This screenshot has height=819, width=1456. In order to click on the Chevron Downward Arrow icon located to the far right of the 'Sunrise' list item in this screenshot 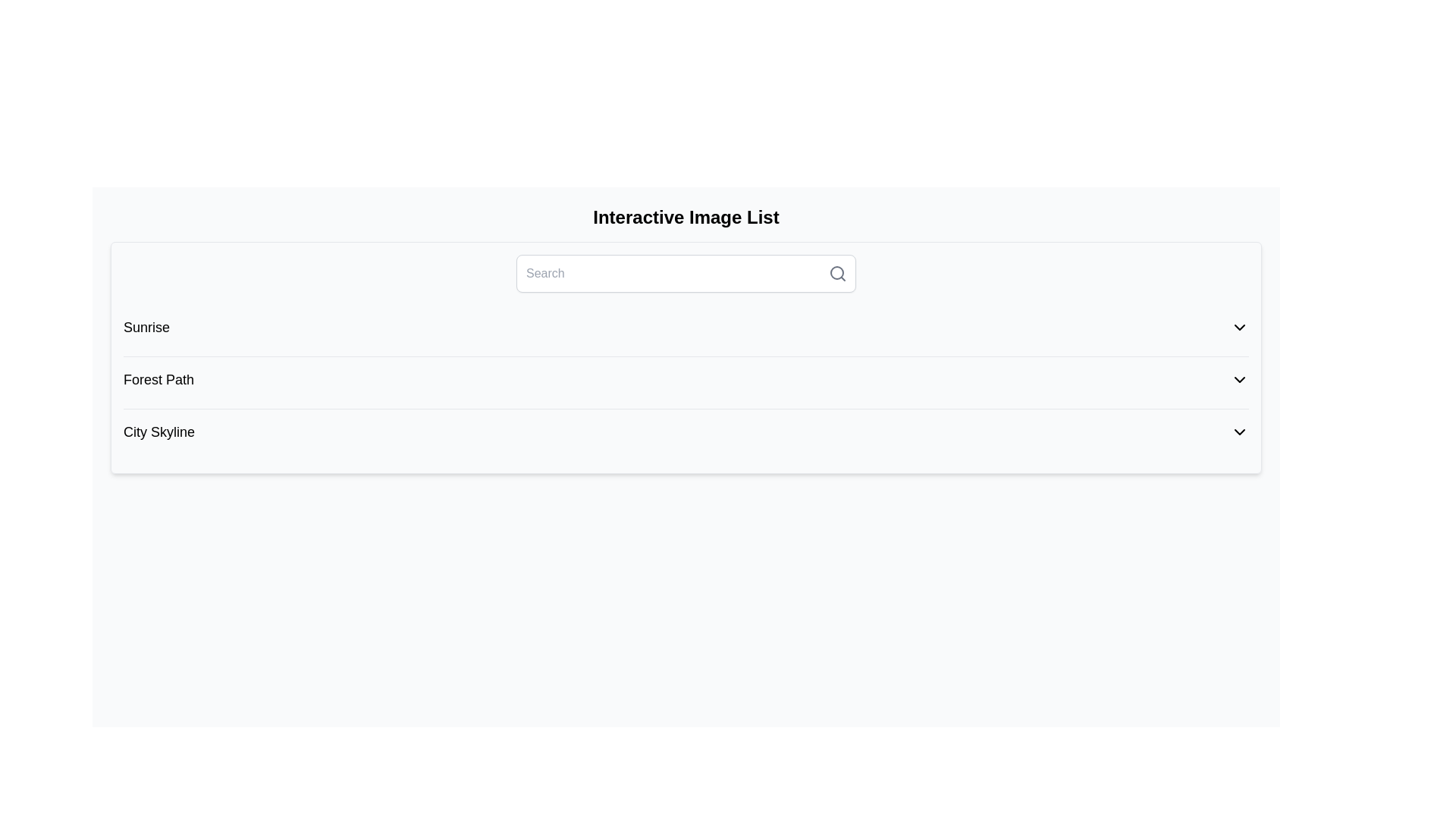, I will do `click(1240, 327)`.